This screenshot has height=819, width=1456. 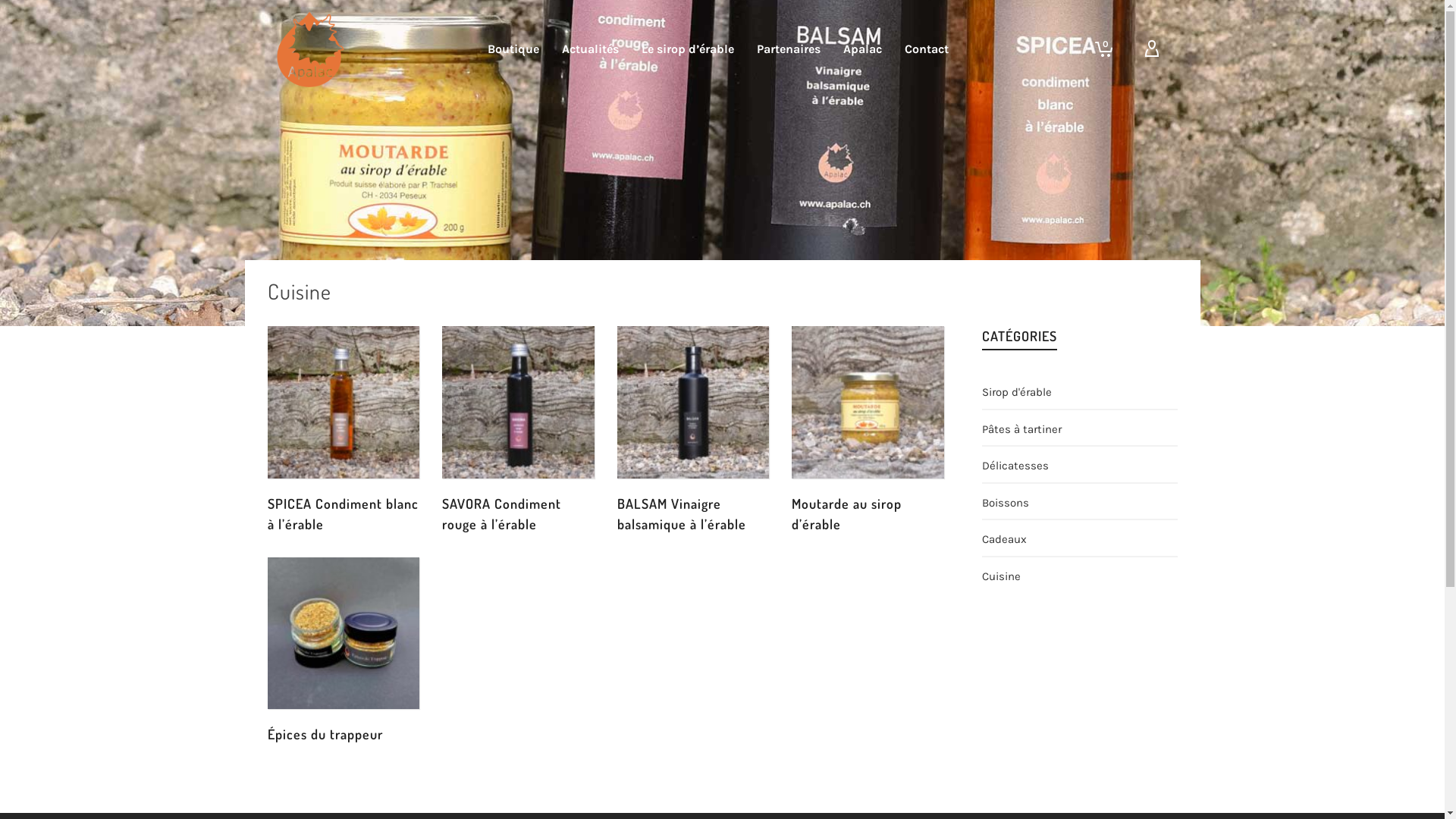 I want to click on 'Cadeaux', so click(x=1004, y=537).